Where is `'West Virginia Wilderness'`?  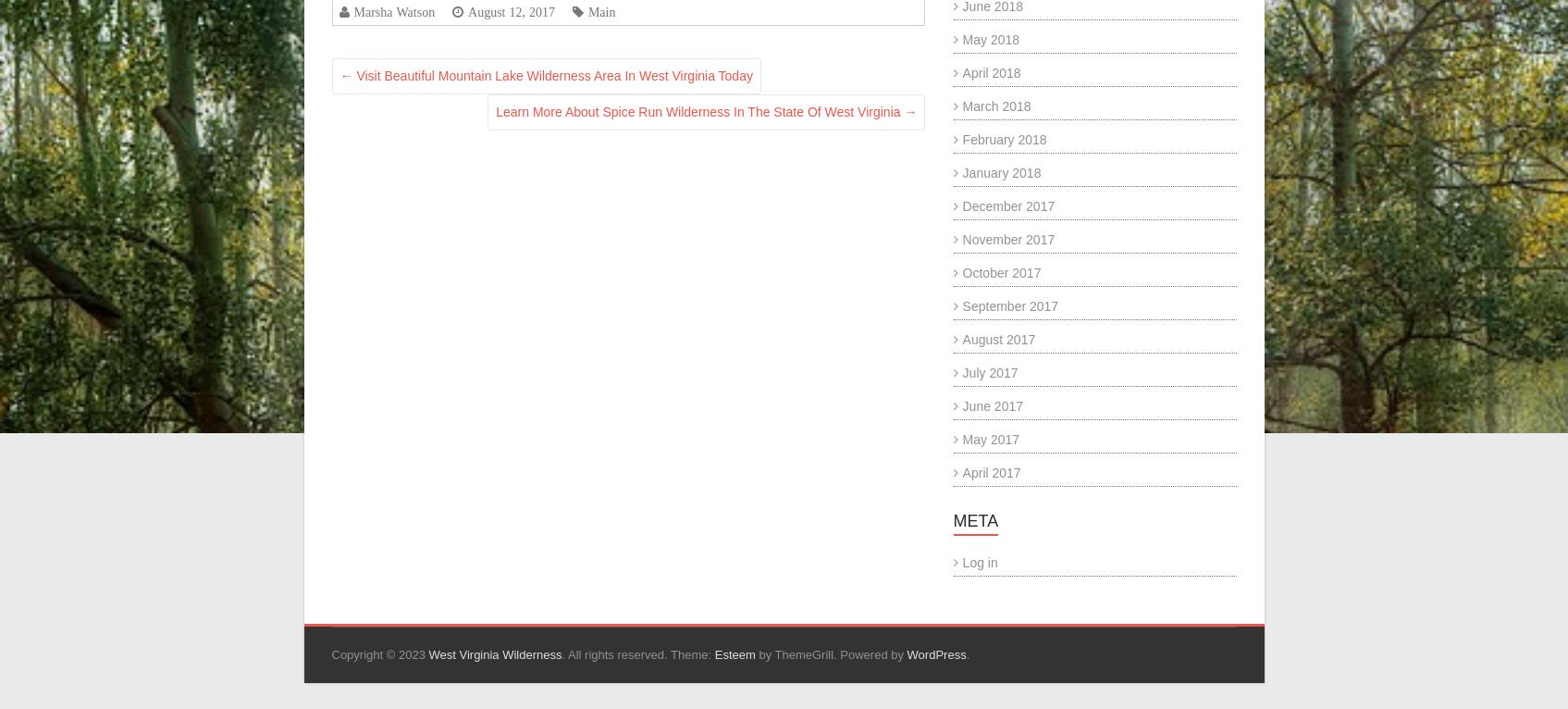
'West Virginia Wilderness' is located at coordinates (494, 653).